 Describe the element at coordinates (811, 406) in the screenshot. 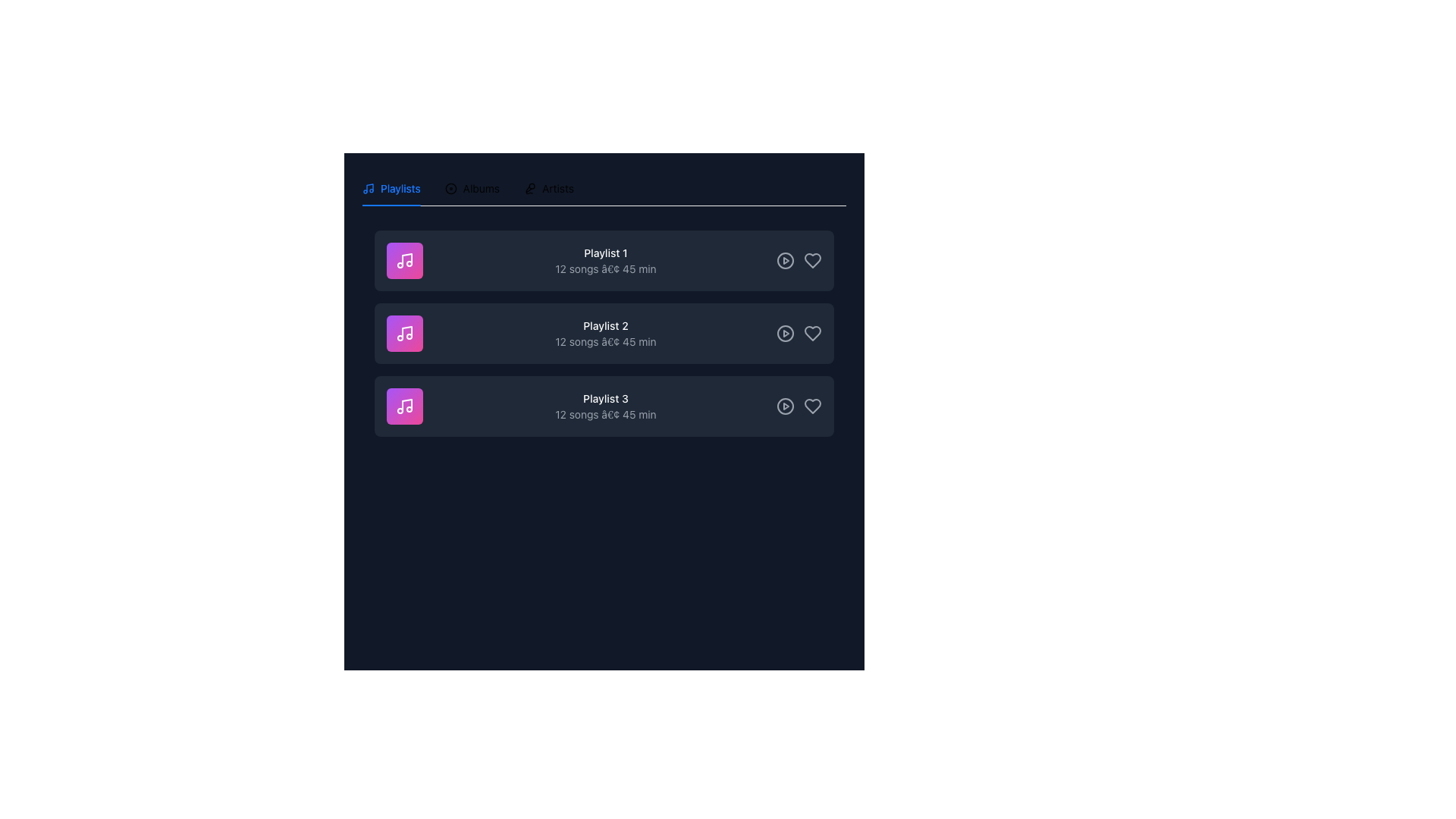

I see `the favorite icon button located on the far right side of the third playlist item` at that location.